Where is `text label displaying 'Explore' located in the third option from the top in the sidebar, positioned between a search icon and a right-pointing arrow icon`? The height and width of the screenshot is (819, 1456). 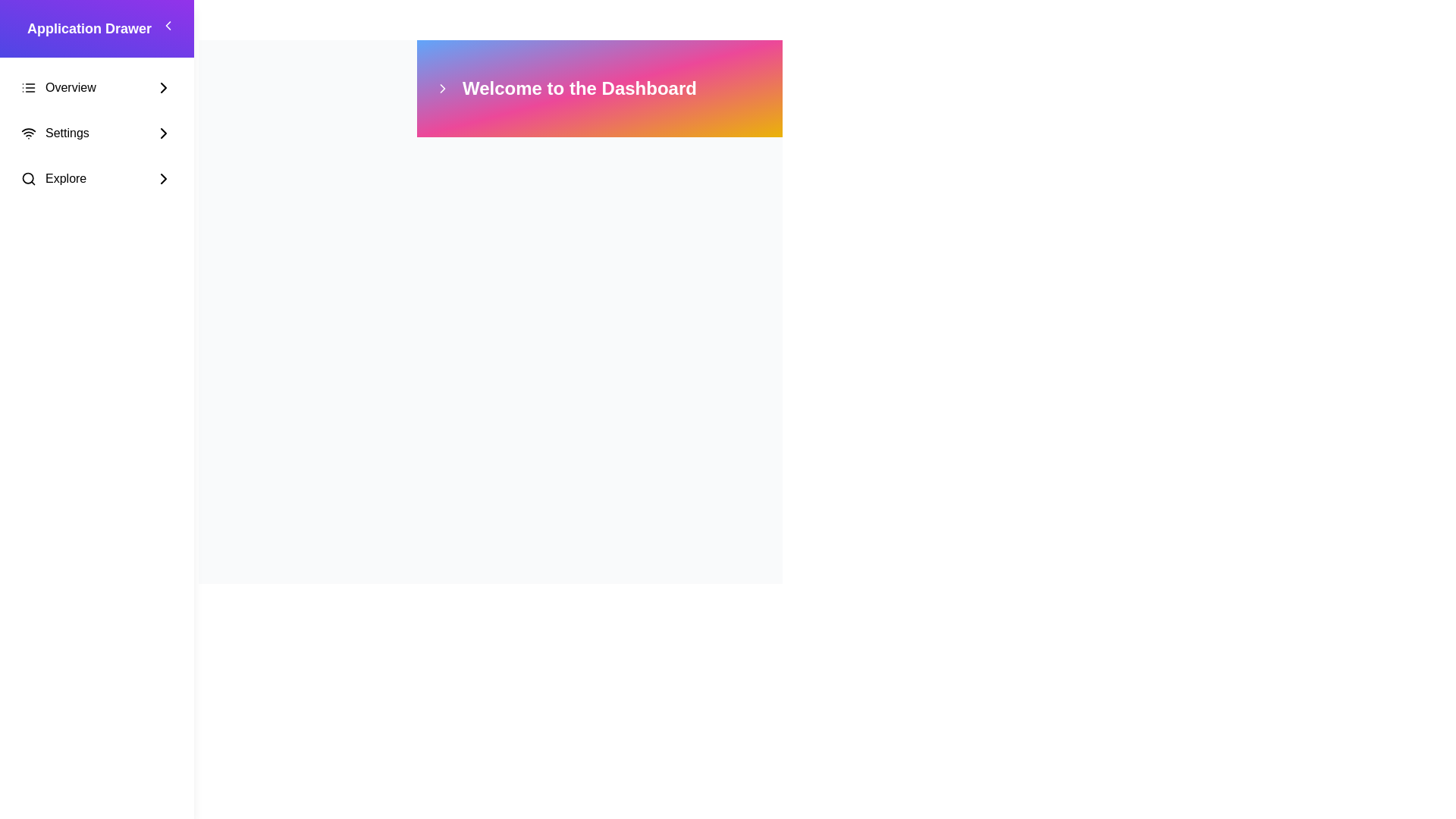 text label displaying 'Explore' located in the third option from the top in the sidebar, positioned between a search icon and a right-pointing arrow icon is located at coordinates (65, 177).